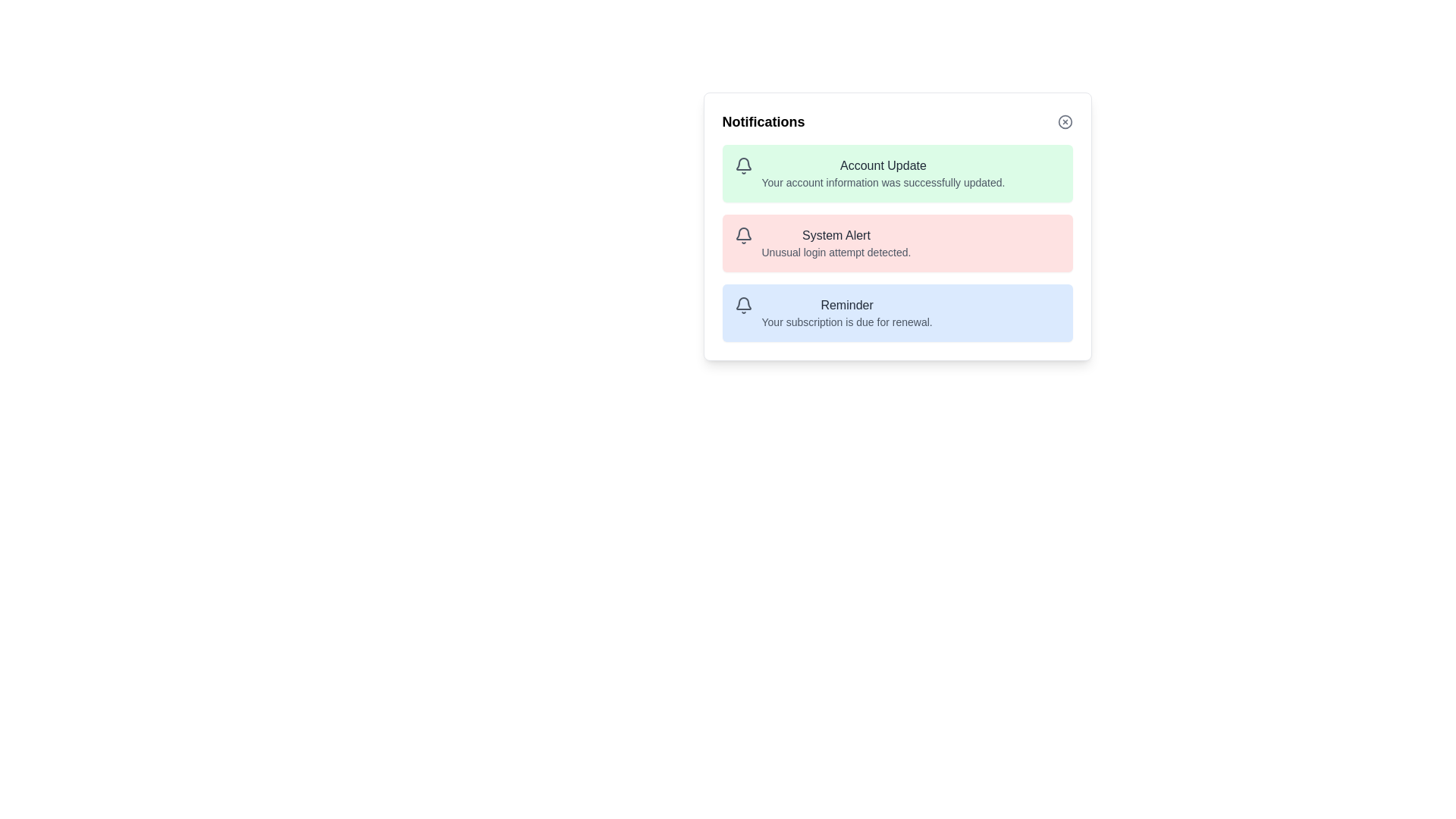 Image resolution: width=1456 pixels, height=819 pixels. What do you see at coordinates (836, 251) in the screenshot?
I see `the text label displaying 'Unusual login attempt detected.' located below the 'System Alert' text in the notification box` at bounding box center [836, 251].